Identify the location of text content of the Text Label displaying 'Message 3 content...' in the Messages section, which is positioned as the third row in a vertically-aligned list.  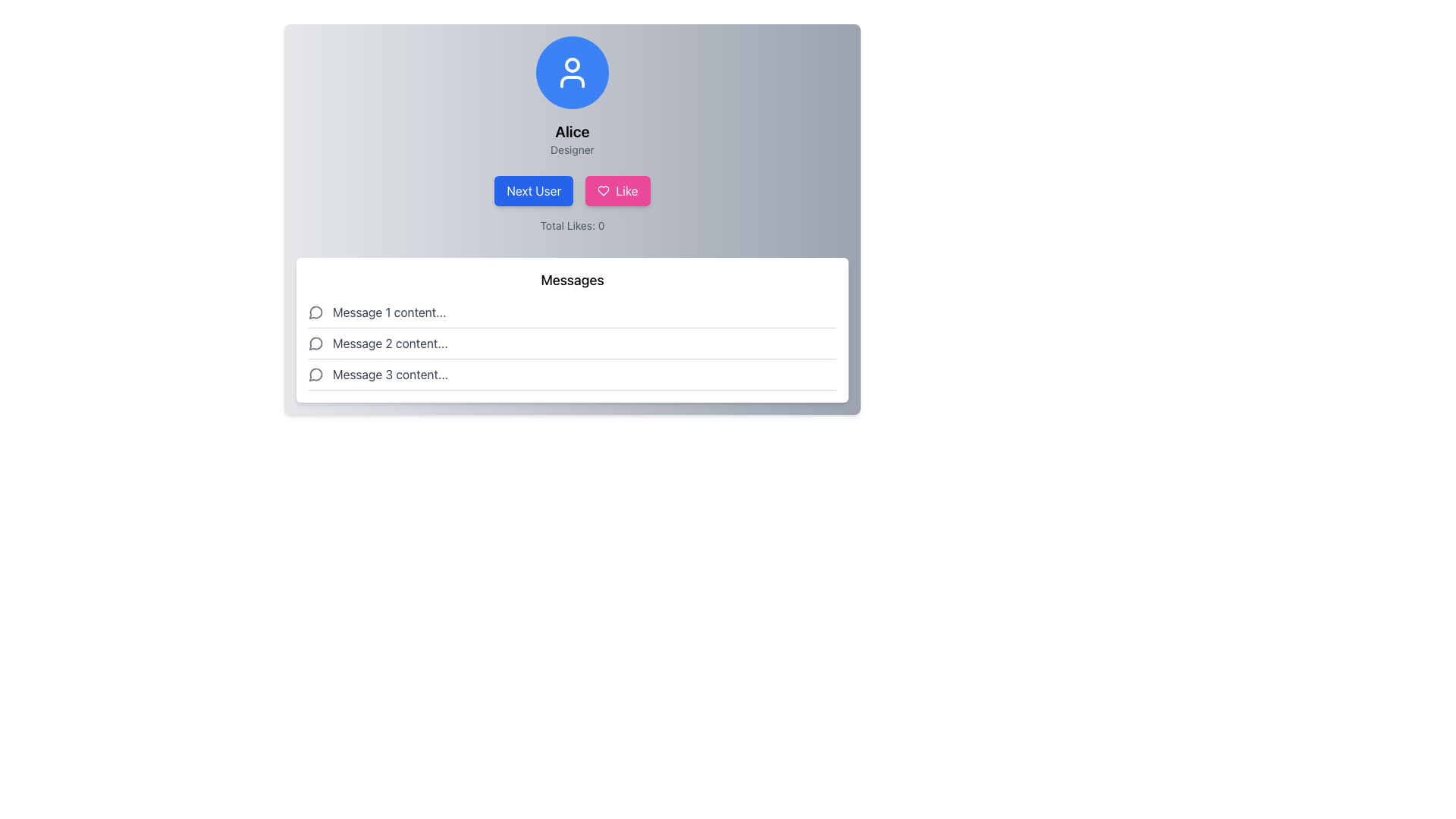
(391, 374).